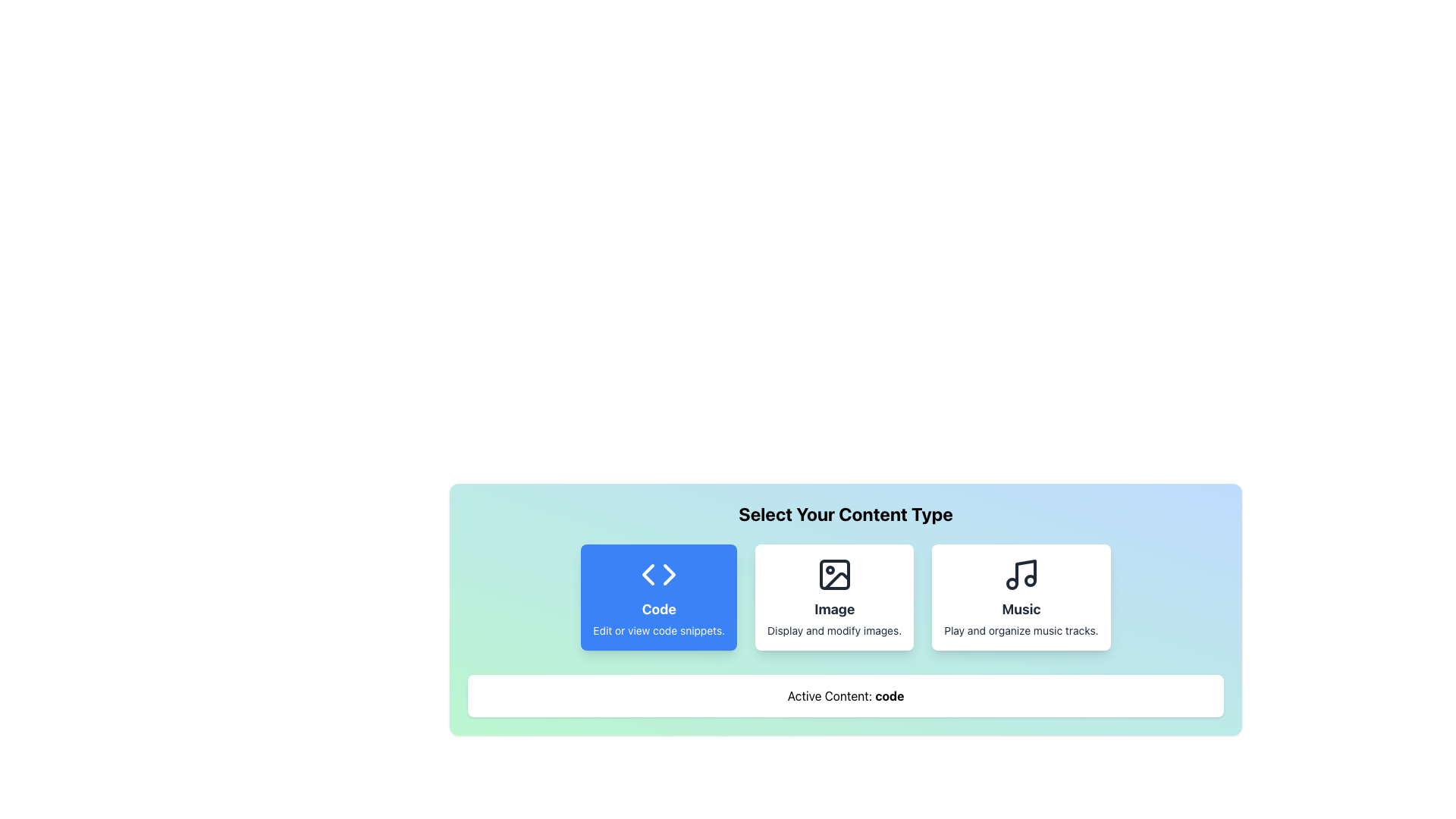  Describe the element at coordinates (1012, 583) in the screenshot. I see `the leftmost decorative circle in the 'Music' card interface, which is located near the bottom-left corner and slightly overlaps the music note graphic` at that location.